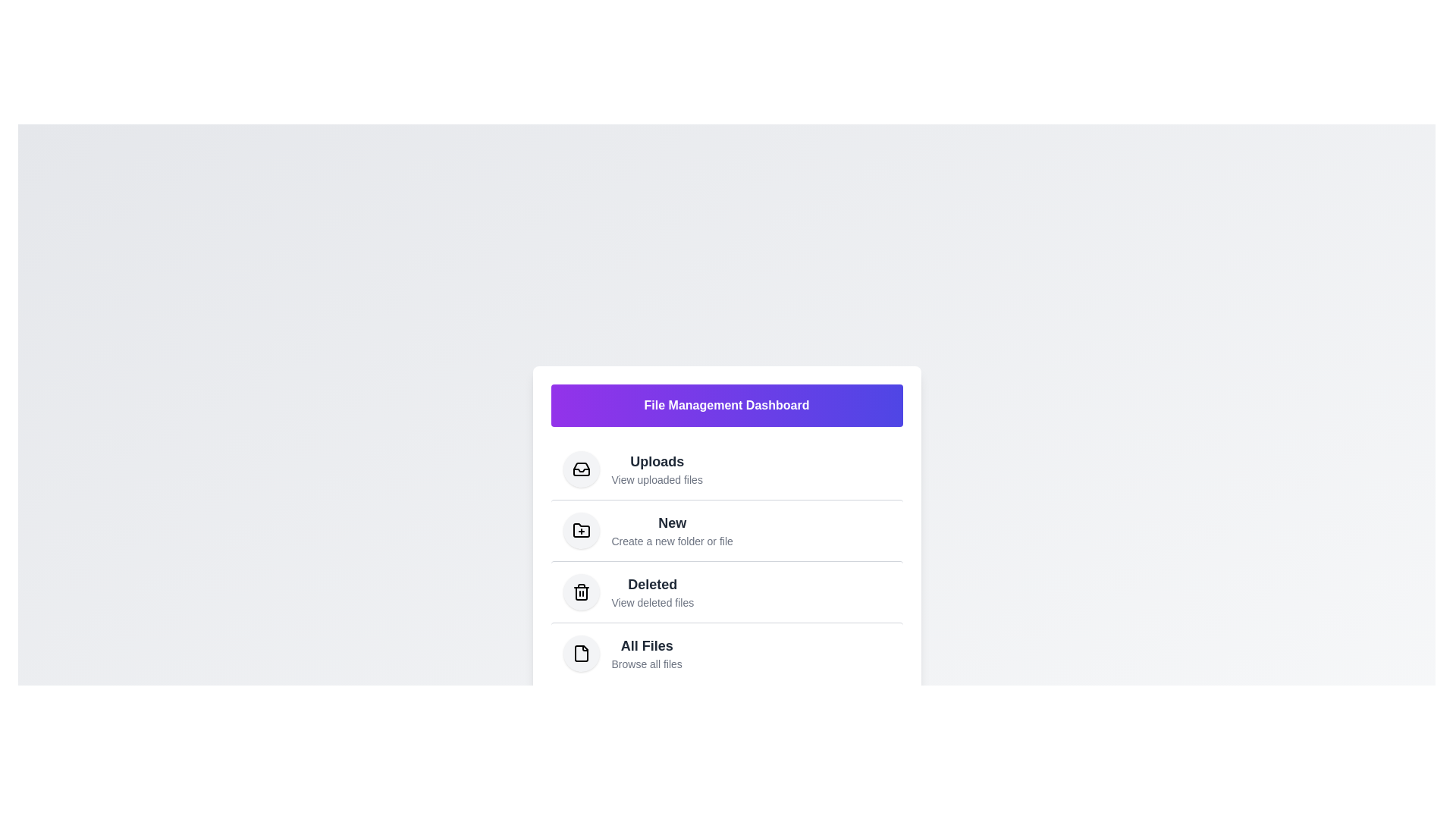  Describe the element at coordinates (657, 468) in the screenshot. I see `the menu item corresponding to Uploads to navigate to that section` at that location.